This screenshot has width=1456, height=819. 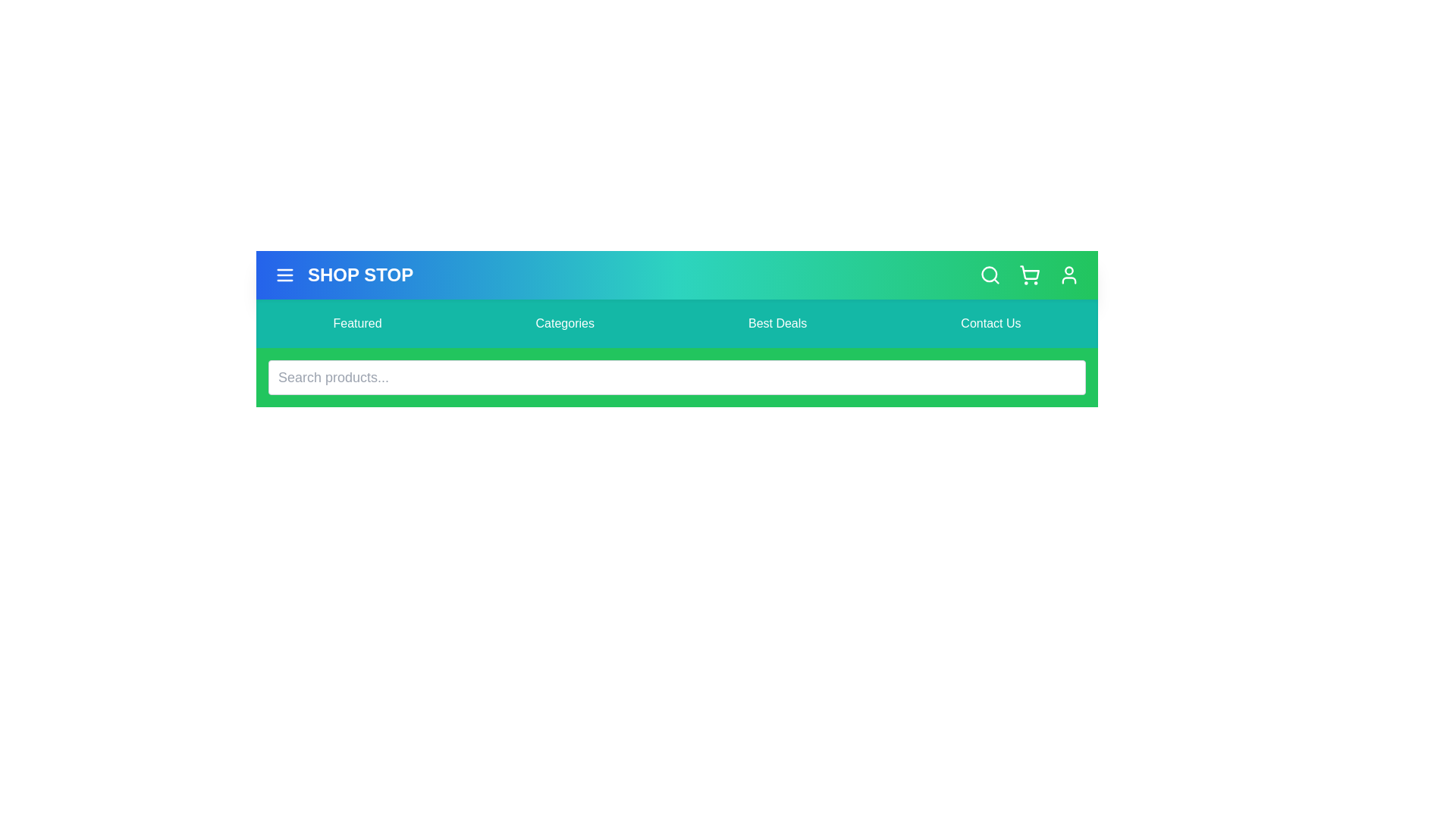 What do you see at coordinates (356, 323) in the screenshot?
I see `the menu item labeled Featured in the navigation bar` at bounding box center [356, 323].